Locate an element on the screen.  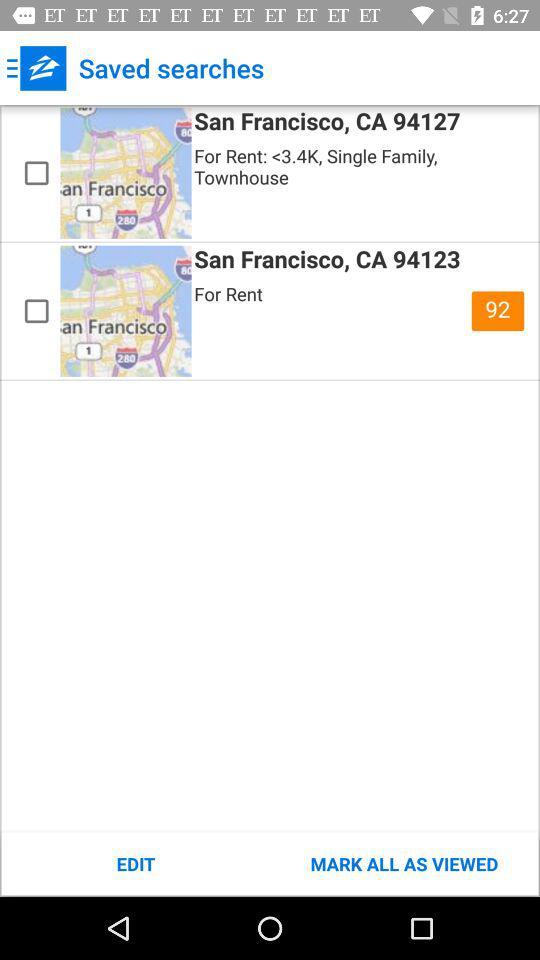
the result of searching is located at coordinates (36, 311).